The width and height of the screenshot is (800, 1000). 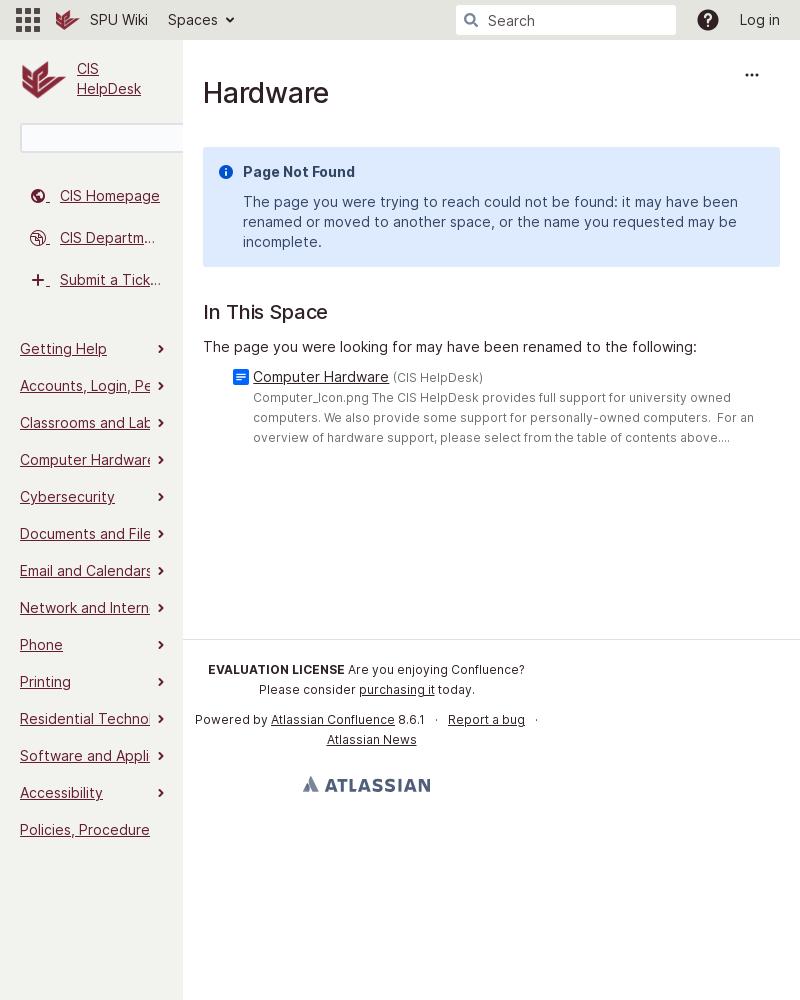 What do you see at coordinates (437, 377) in the screenshot?
I see `'(CIS HelpDesk)'` at bounding box center [437, 377].